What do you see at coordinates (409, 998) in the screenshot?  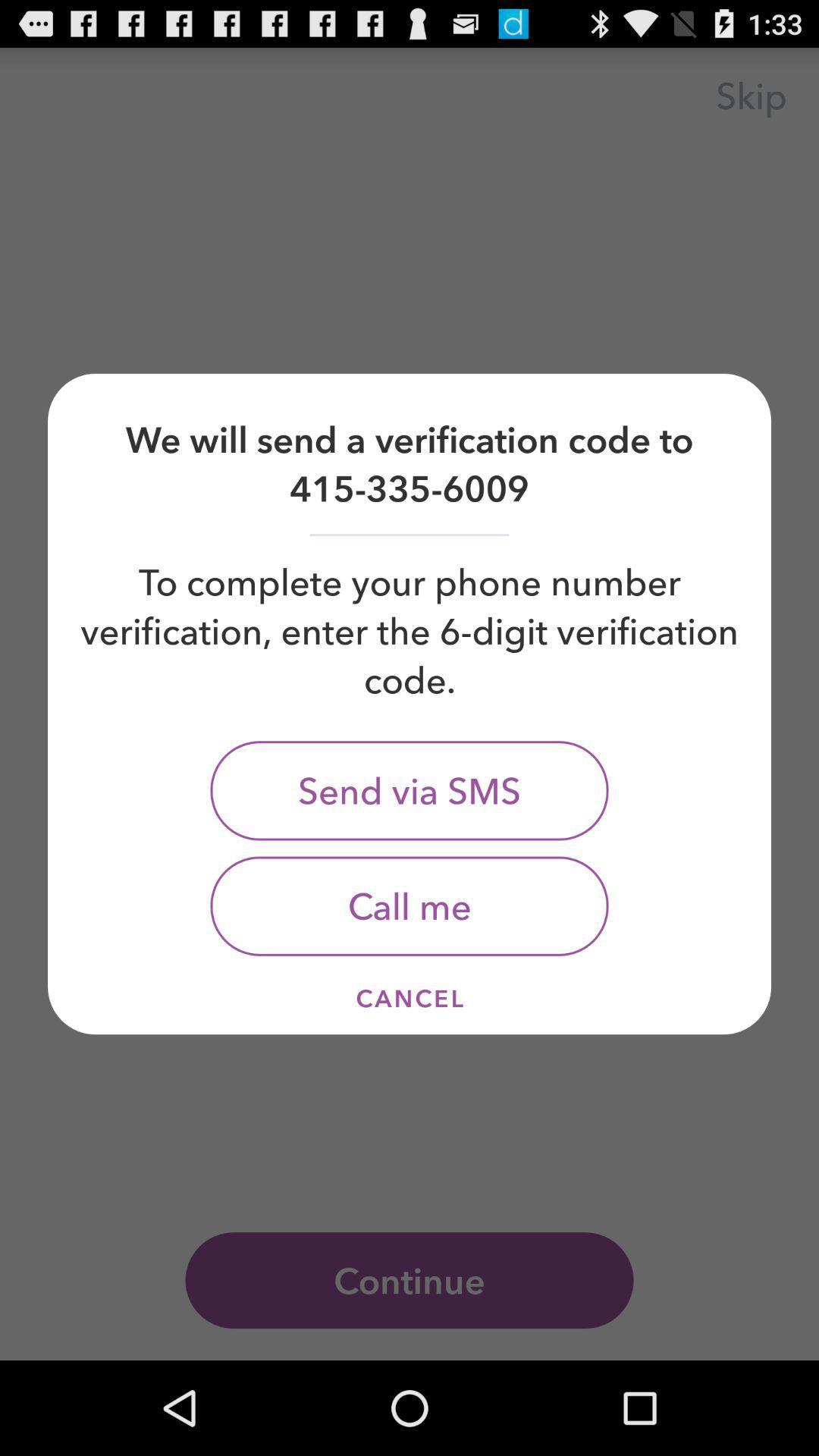 I see `the cancel icon` at bounding box center [409, 998].